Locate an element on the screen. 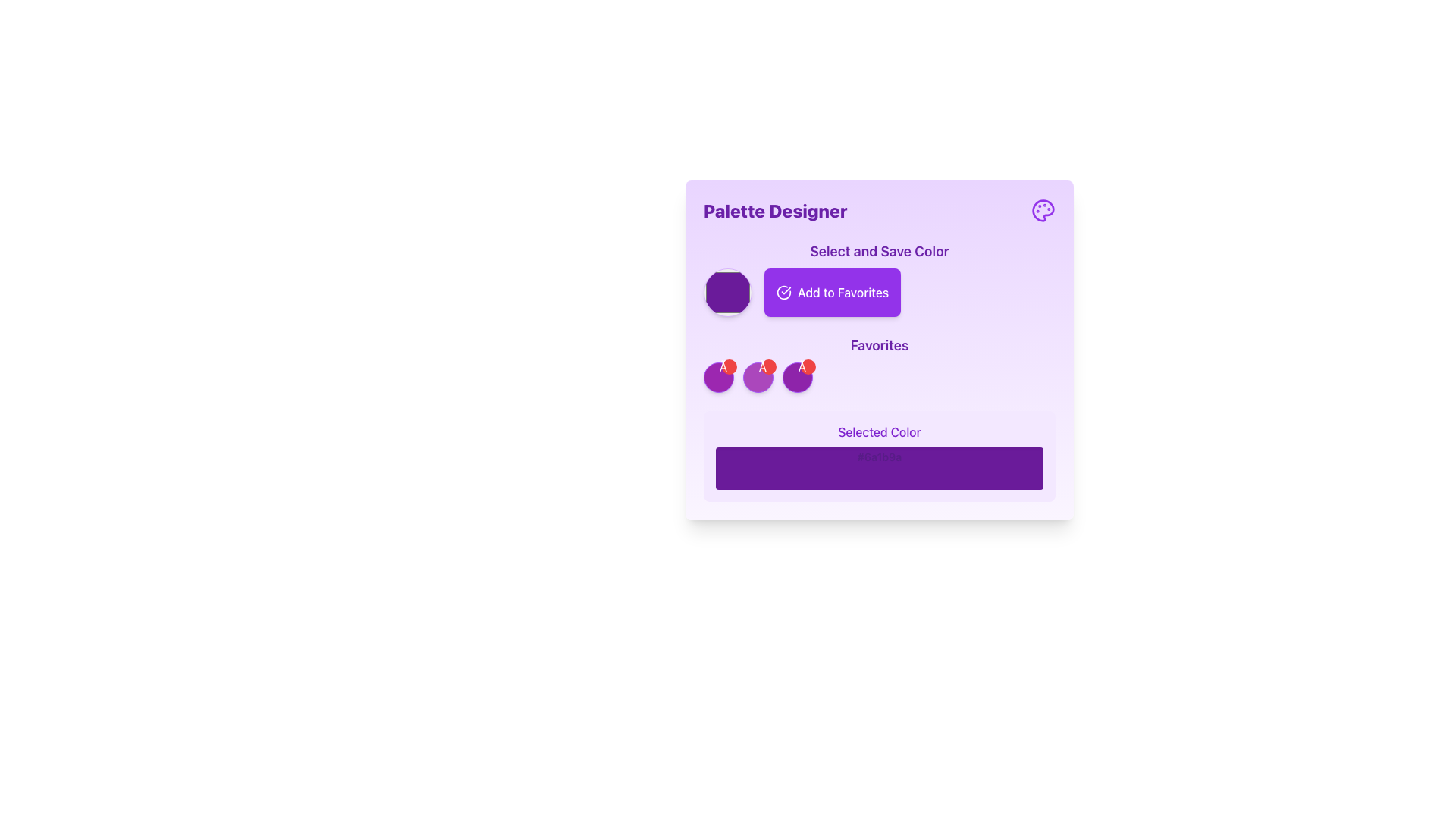 Image resolution: width=1456 pixels, height=819 pixels. the 'Add to Favorites' button located within the 'Select and Save Color' section on the light purple card UI layout is located at coordinates (832, 292).